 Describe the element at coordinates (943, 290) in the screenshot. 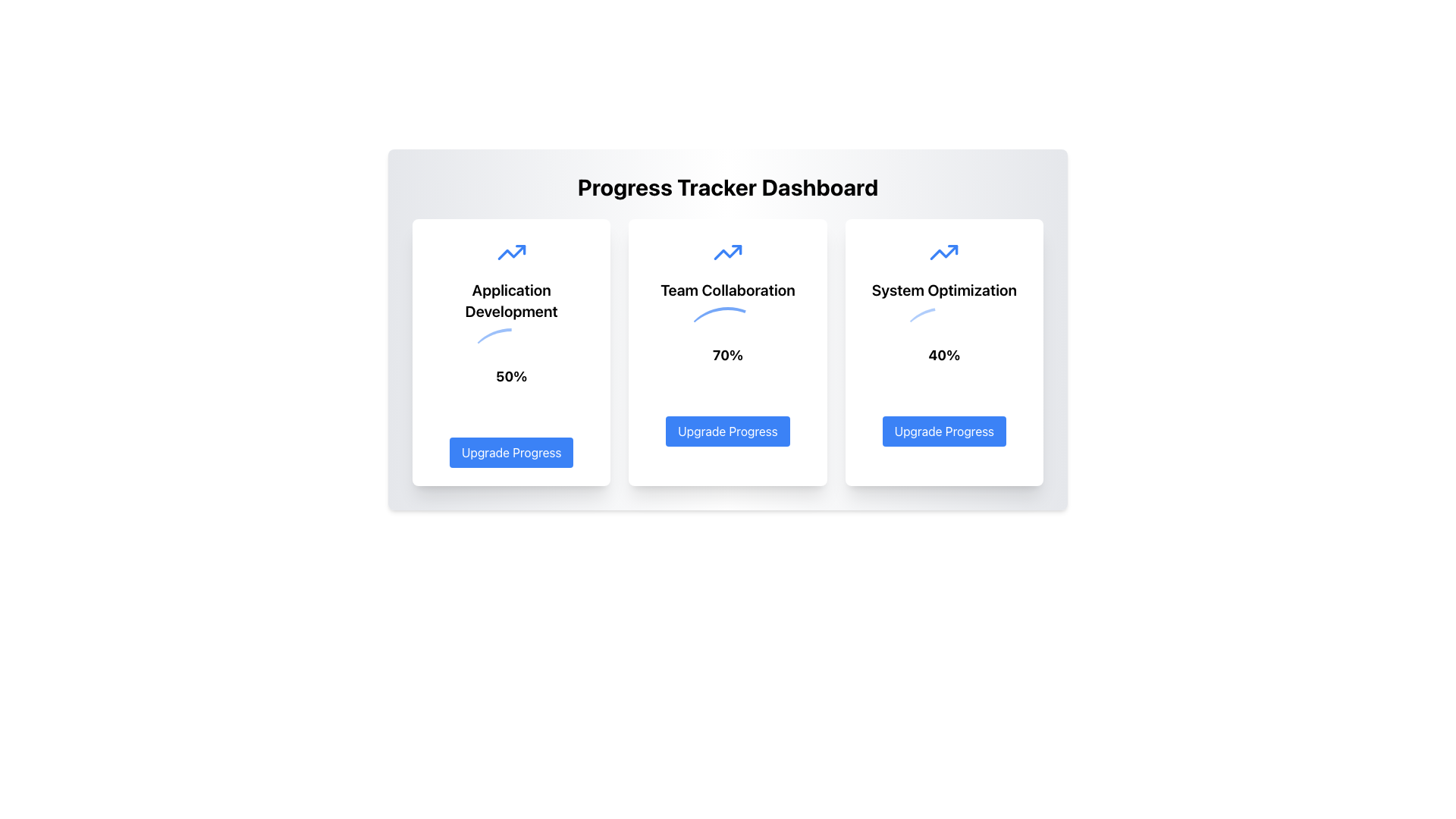

I see `the Text Label located in the rightmost card of a three-card layout, which serves as a heading or title for the card, positioned below a blue arrow icon and above a percentage indicator and an 'Upgrade Progress' button` at that location.